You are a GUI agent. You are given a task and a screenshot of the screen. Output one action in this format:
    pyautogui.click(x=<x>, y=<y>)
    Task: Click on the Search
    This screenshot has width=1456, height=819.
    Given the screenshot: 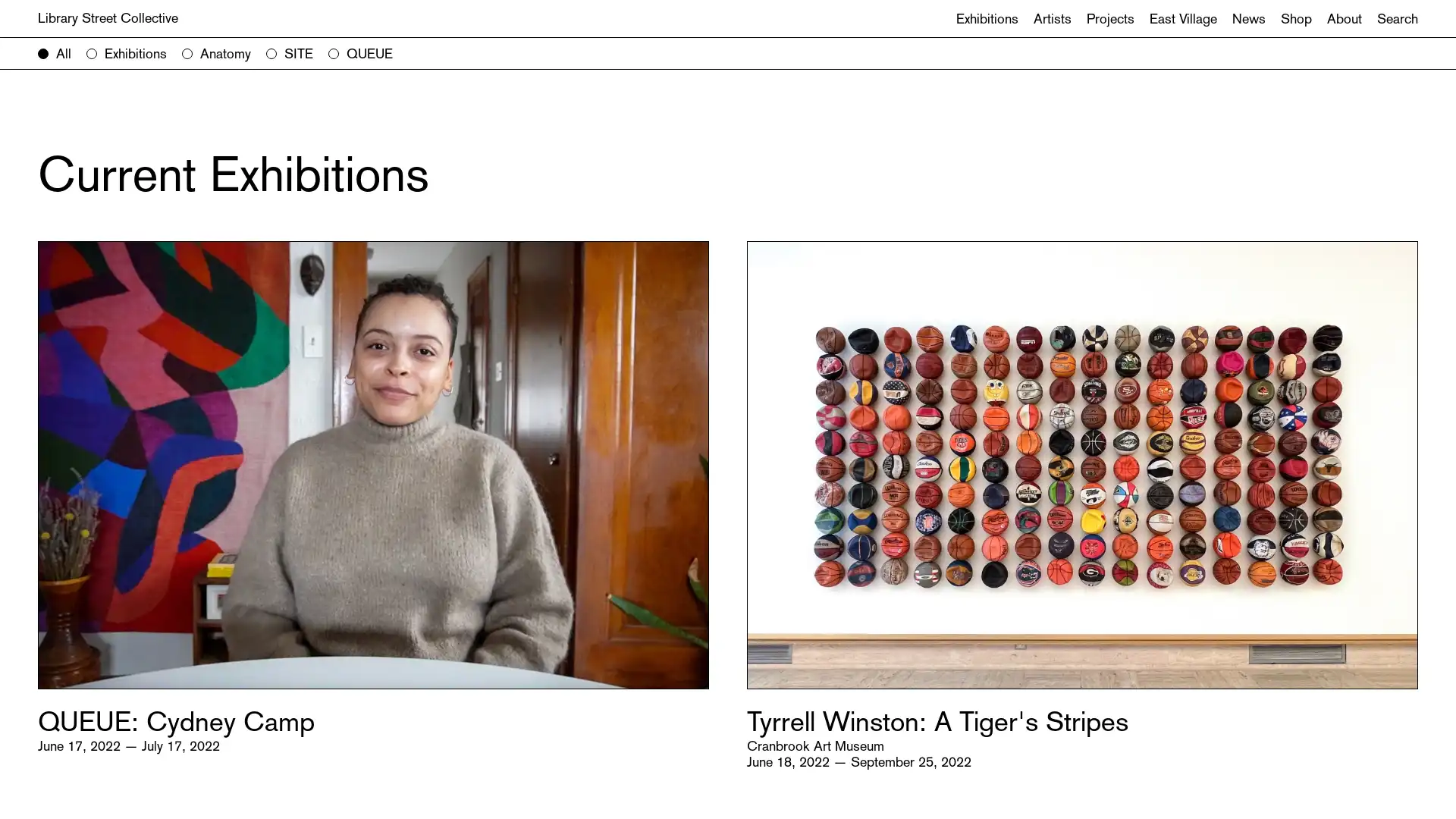 What is the action you would take?
    pyautogui.click(x=1397, y=18)
    